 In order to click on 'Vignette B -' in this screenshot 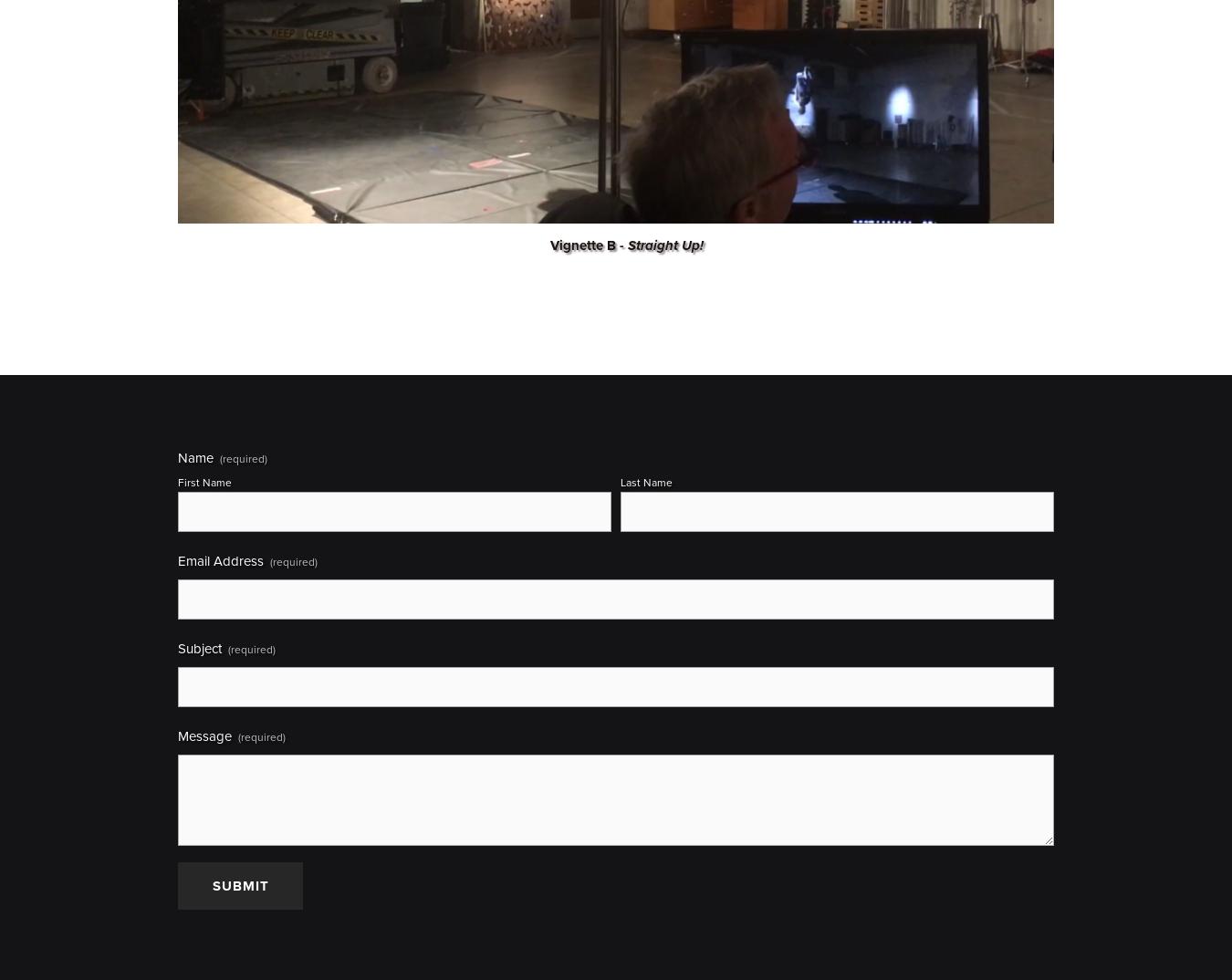, I will do `click(589, 243)`.